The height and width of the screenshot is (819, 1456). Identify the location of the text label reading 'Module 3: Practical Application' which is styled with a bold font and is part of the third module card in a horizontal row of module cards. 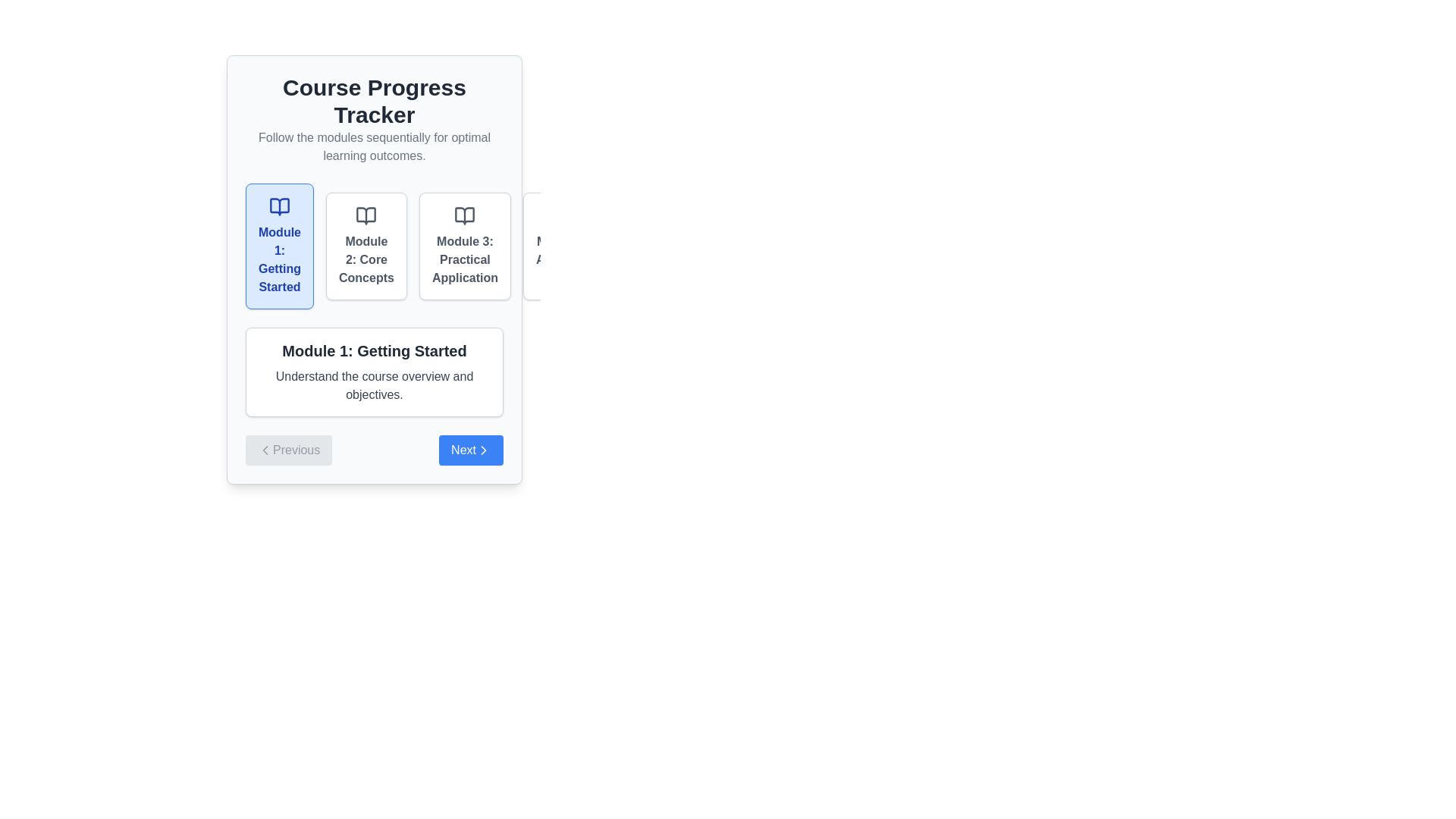
(464, 259).